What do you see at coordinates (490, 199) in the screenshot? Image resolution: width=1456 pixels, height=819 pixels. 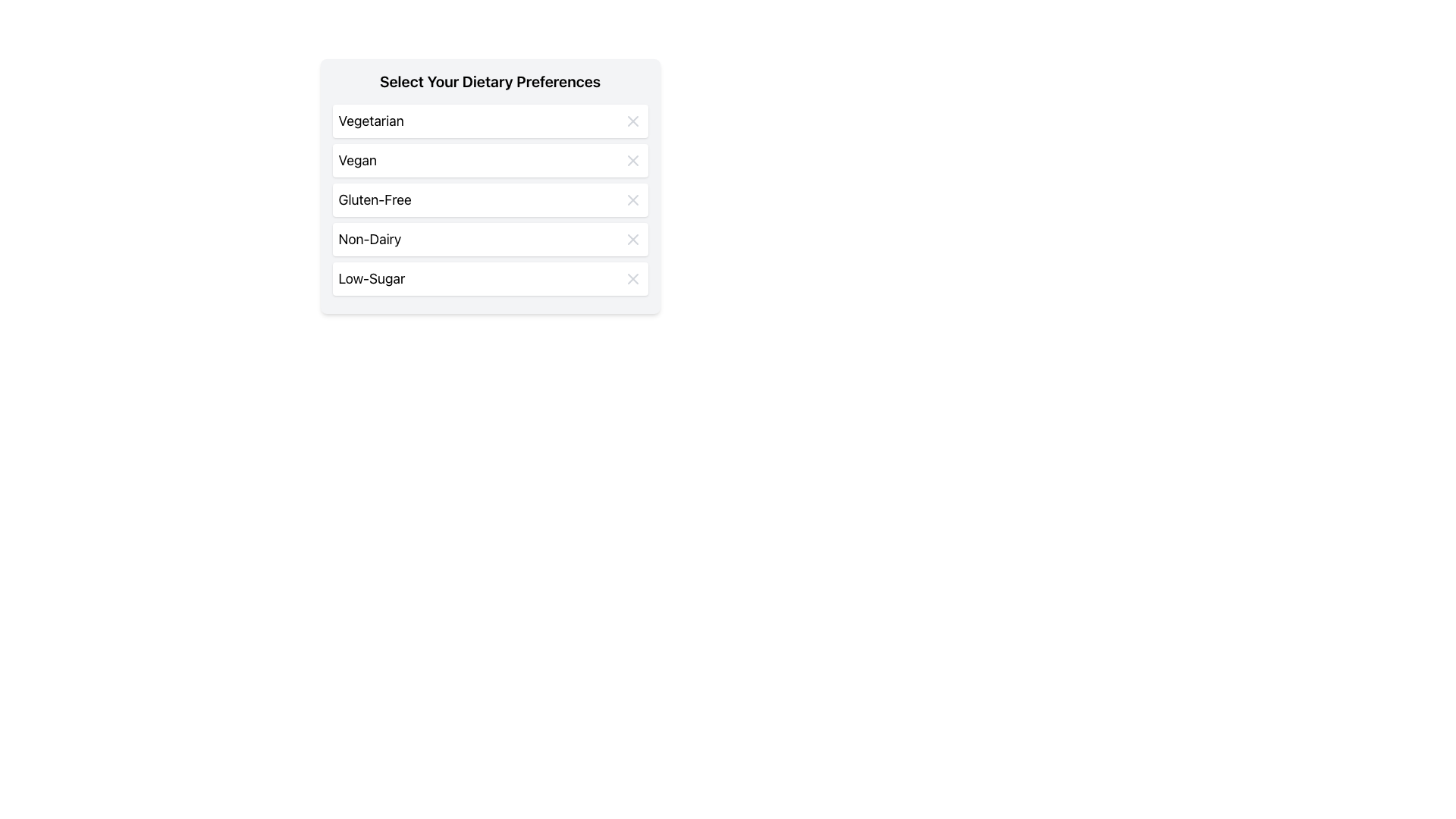 I see `the 'Gluten-Free' list item` at bounding box center [490, 199].